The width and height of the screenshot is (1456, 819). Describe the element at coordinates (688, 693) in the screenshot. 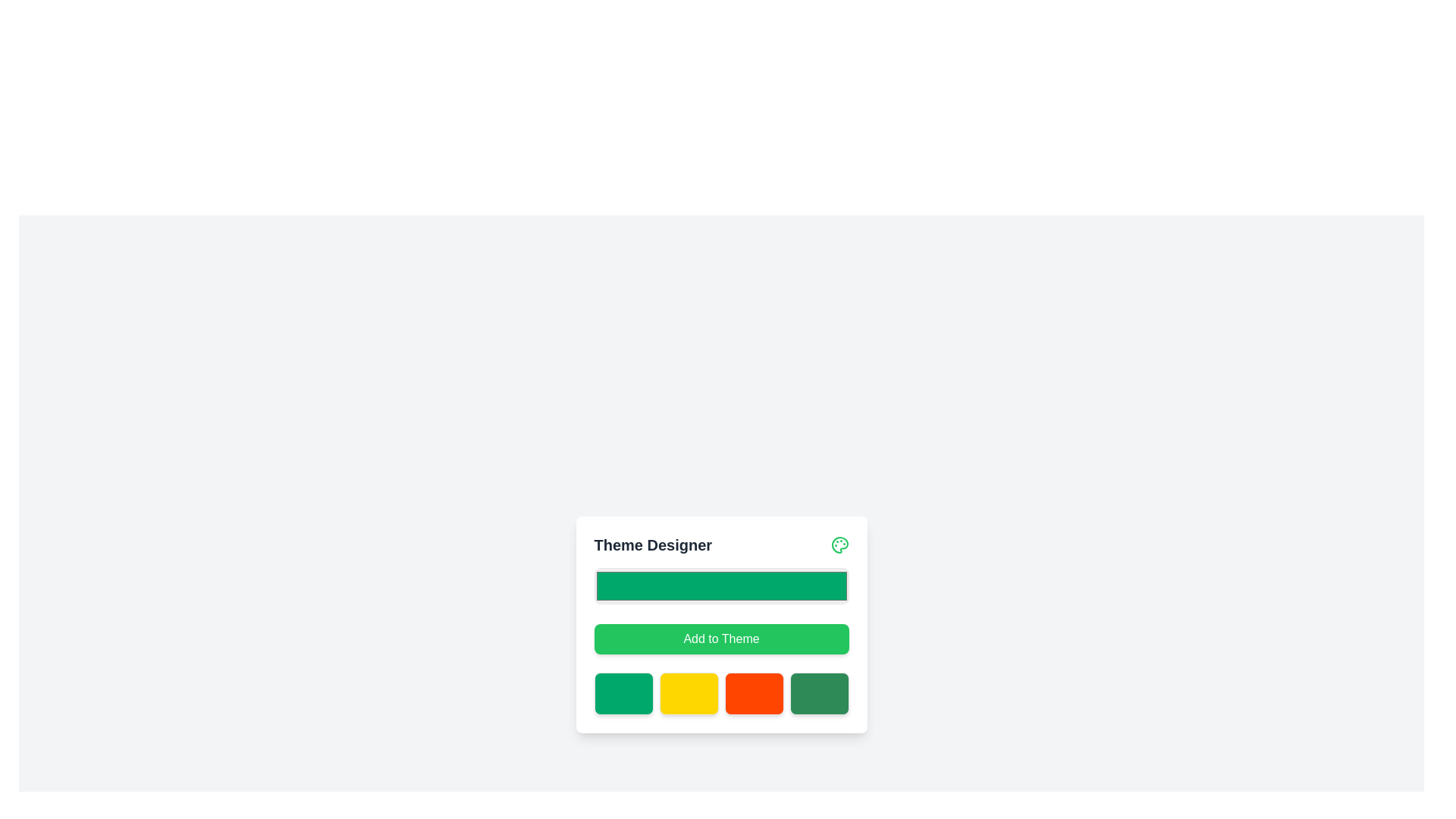

I see `the second button in the 'Theme Designer' section, which is likely related to selecting a yellow theme, positioned between a green button and an orange button` at that location.